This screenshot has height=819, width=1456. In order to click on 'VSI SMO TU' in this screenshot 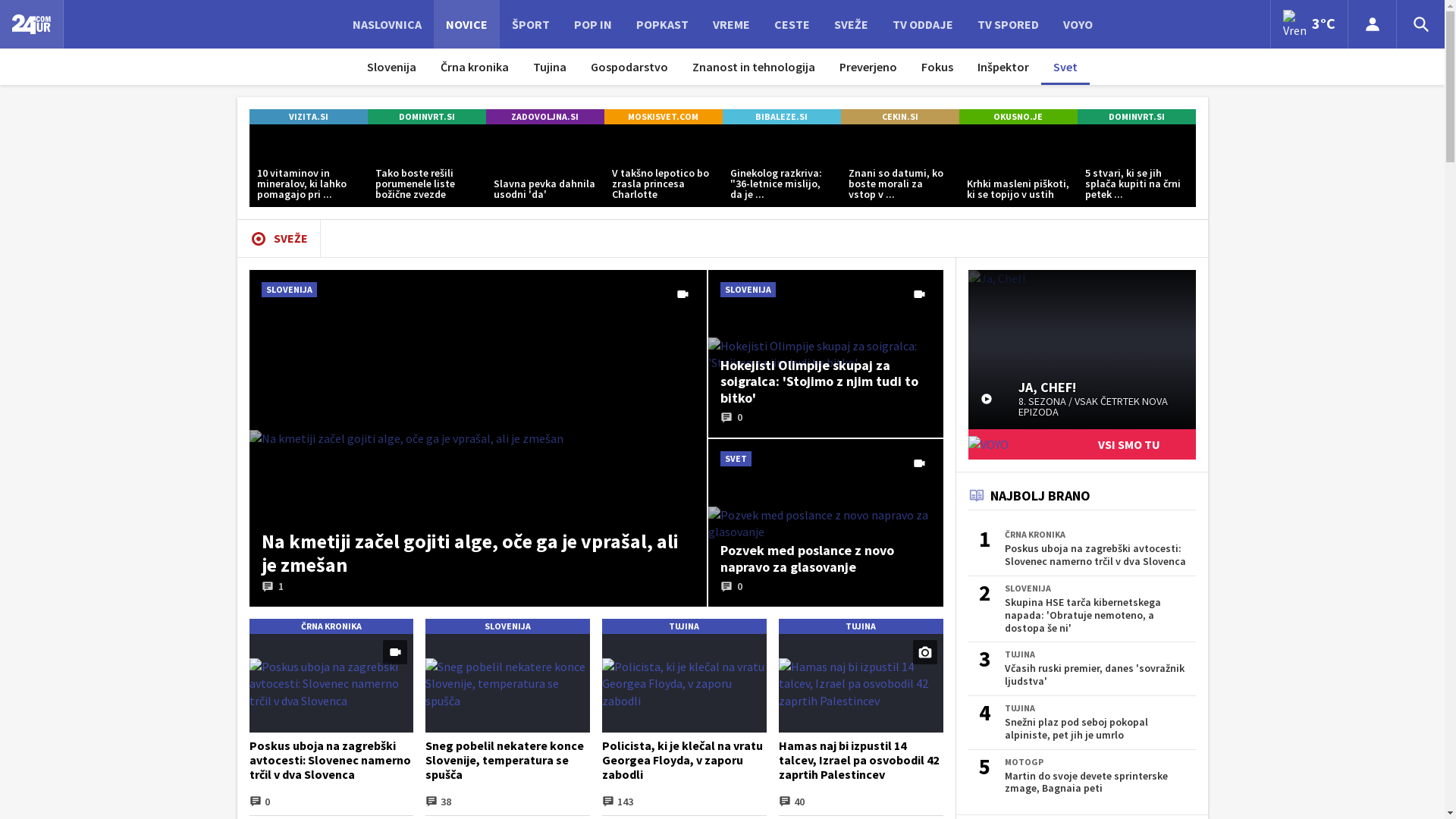, I will do `click(1080, 444)`.